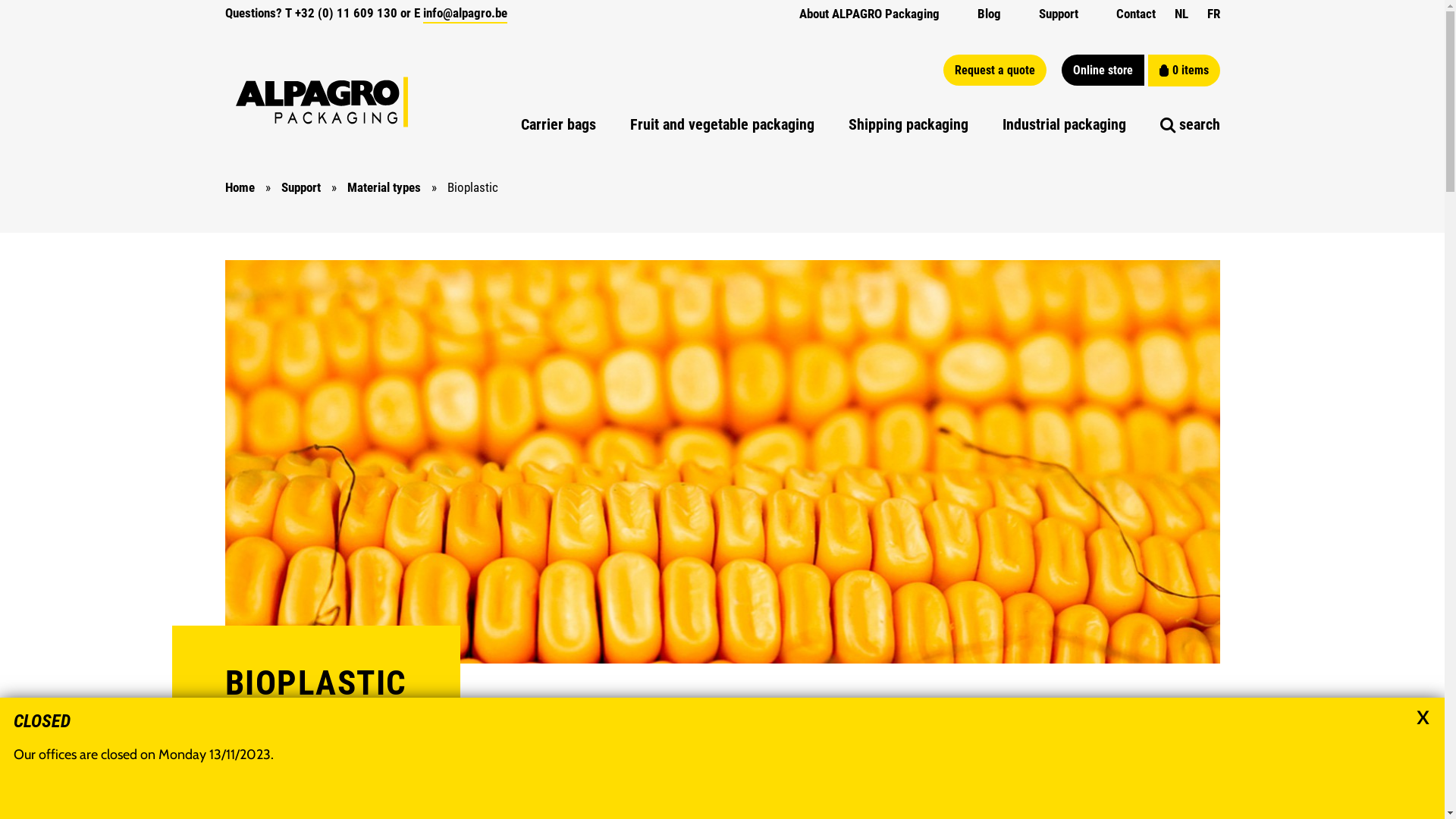  What do you see at coordinates (464, 14) in the screenshot?
I see `'info@alpagro.be'` at bounding box center [464, 14].